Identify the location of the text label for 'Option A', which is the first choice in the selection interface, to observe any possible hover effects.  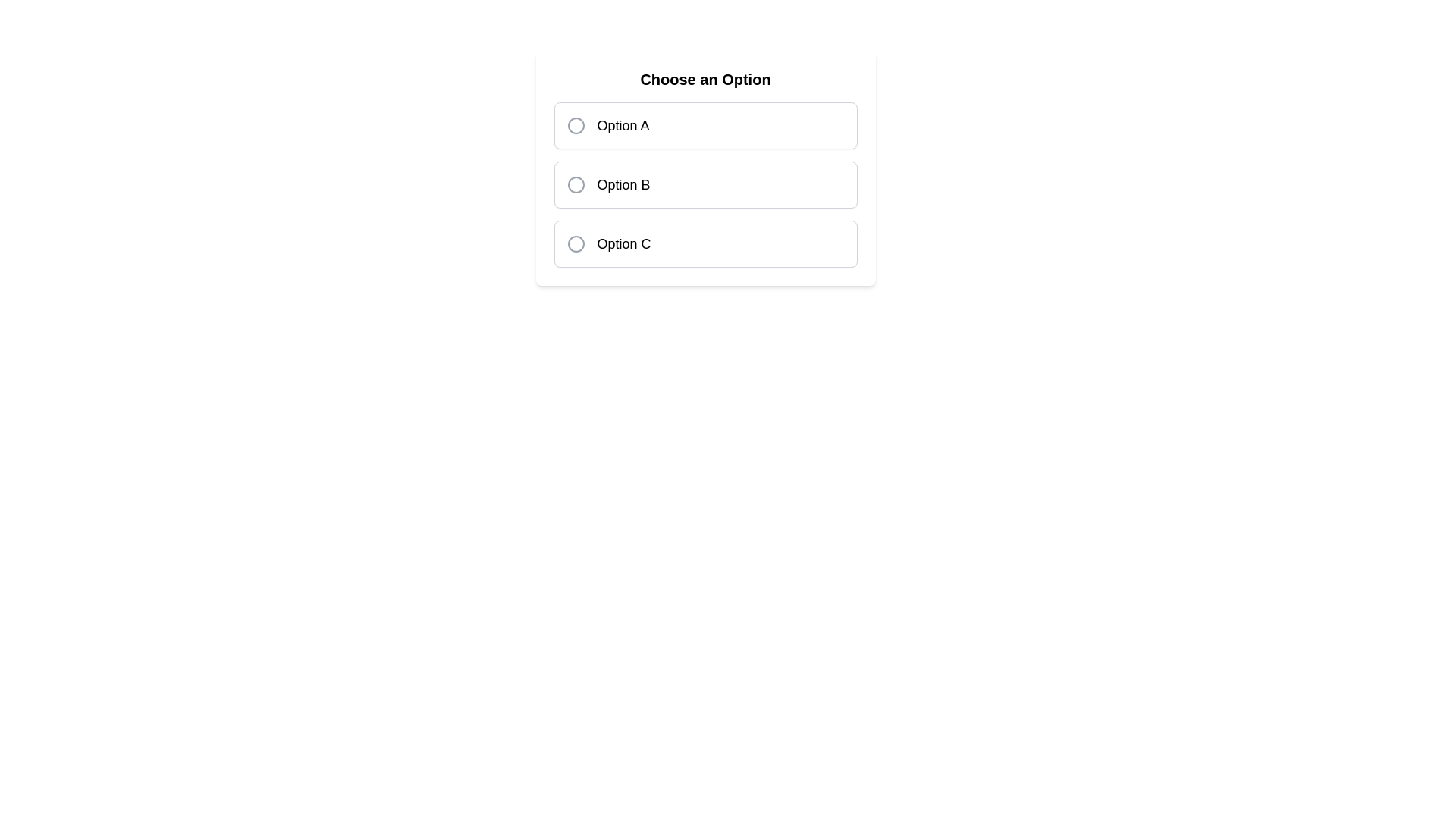
(623, 124).